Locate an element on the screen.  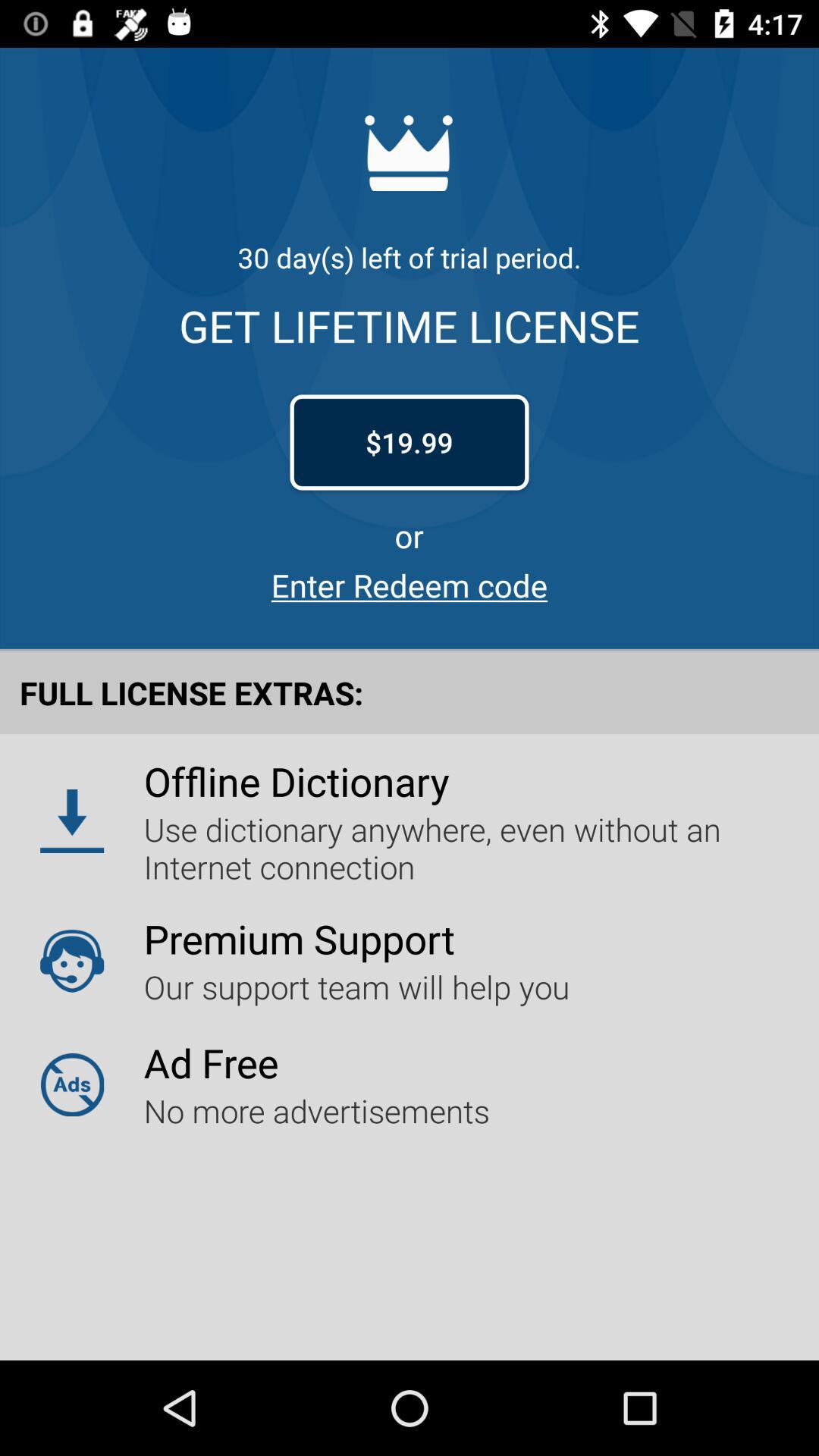
1999 is located at coordinates (409, 442).